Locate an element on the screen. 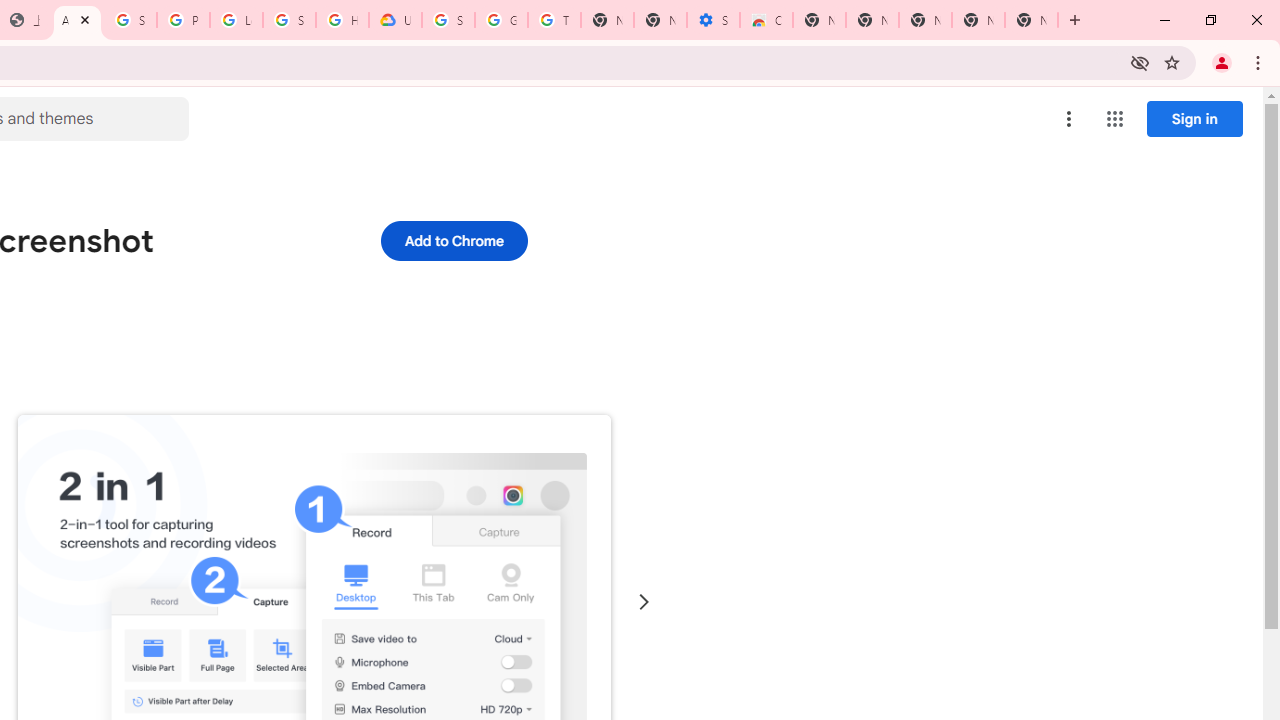 Image resolution: width=1280 pixels, height=720 pixels. 'More options menu' is located at coordinates (1068, 119).